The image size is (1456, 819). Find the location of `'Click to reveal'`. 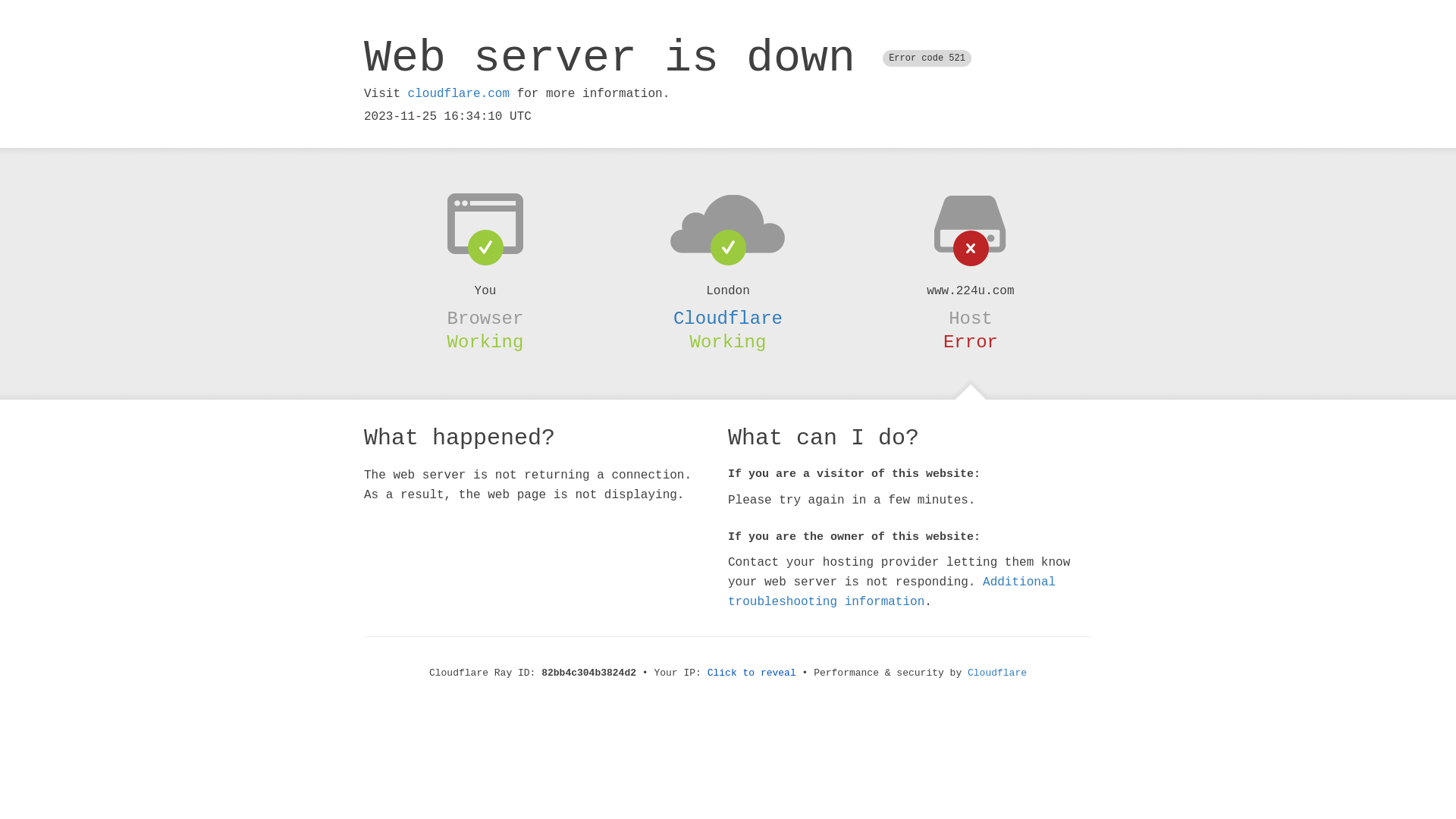

'Click to reveal' is located at coordinates (752, 672).